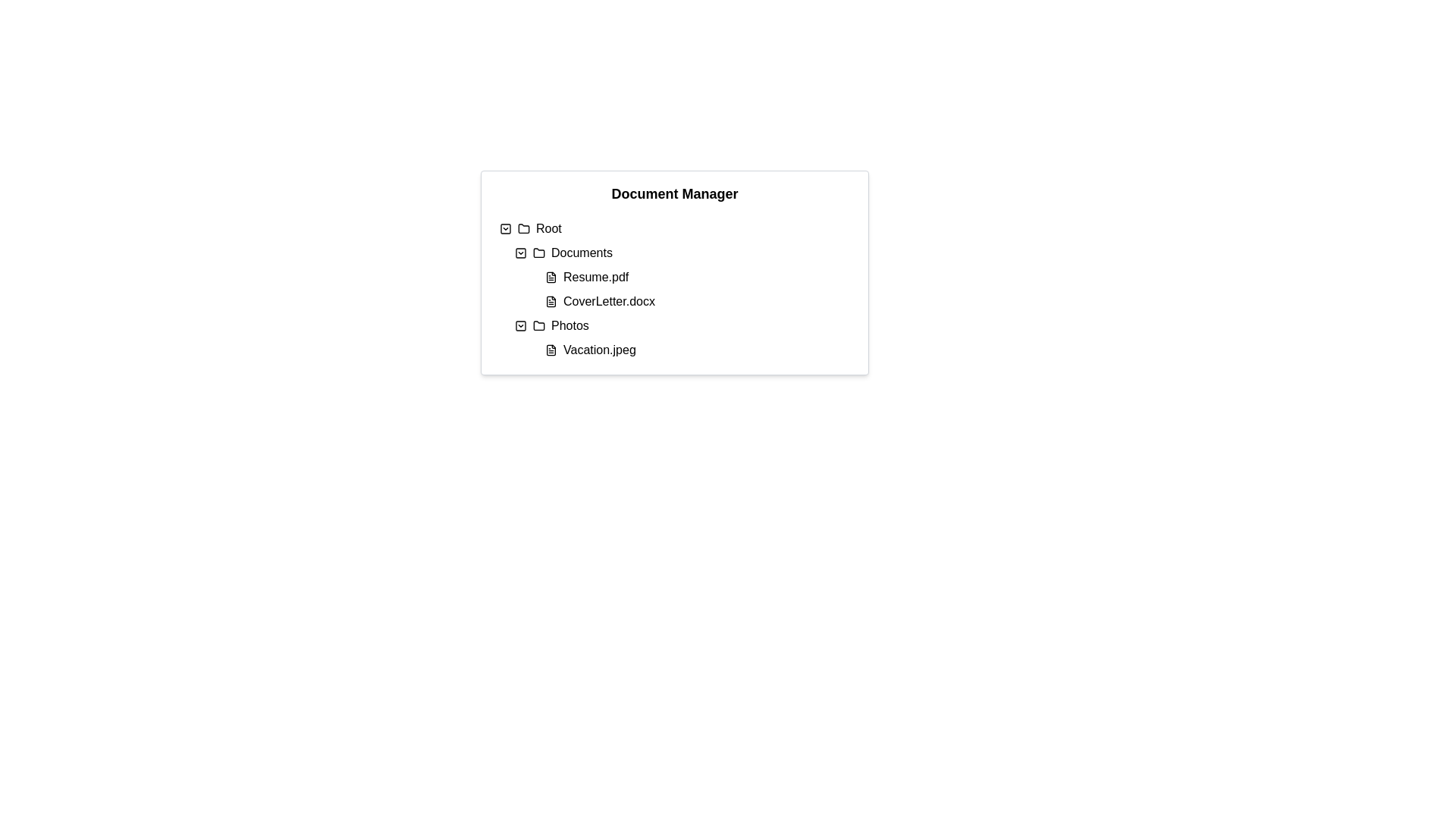  What do you see at coordinates (548, 228) in the screenshot?
I see `the text label that identifies the main folder for the system, located under the 'Document Manager' heading and aligned with the folder icon` at bounding box center [548, 228].